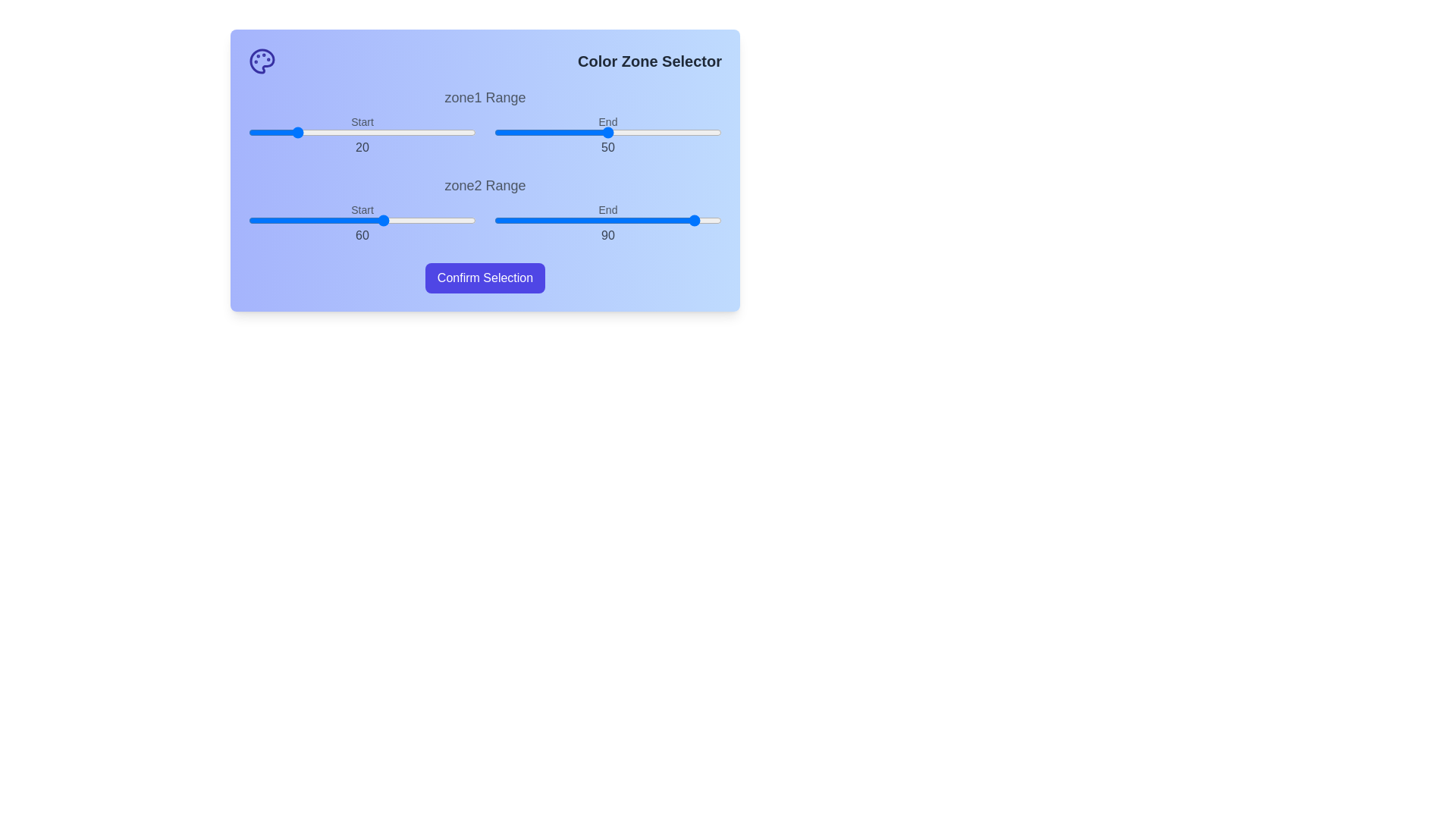  What do you see at coordinates (689, 131) in the screenshot?
I see `the end range slider for zone1 to 86` at bounding box center [689, 131].